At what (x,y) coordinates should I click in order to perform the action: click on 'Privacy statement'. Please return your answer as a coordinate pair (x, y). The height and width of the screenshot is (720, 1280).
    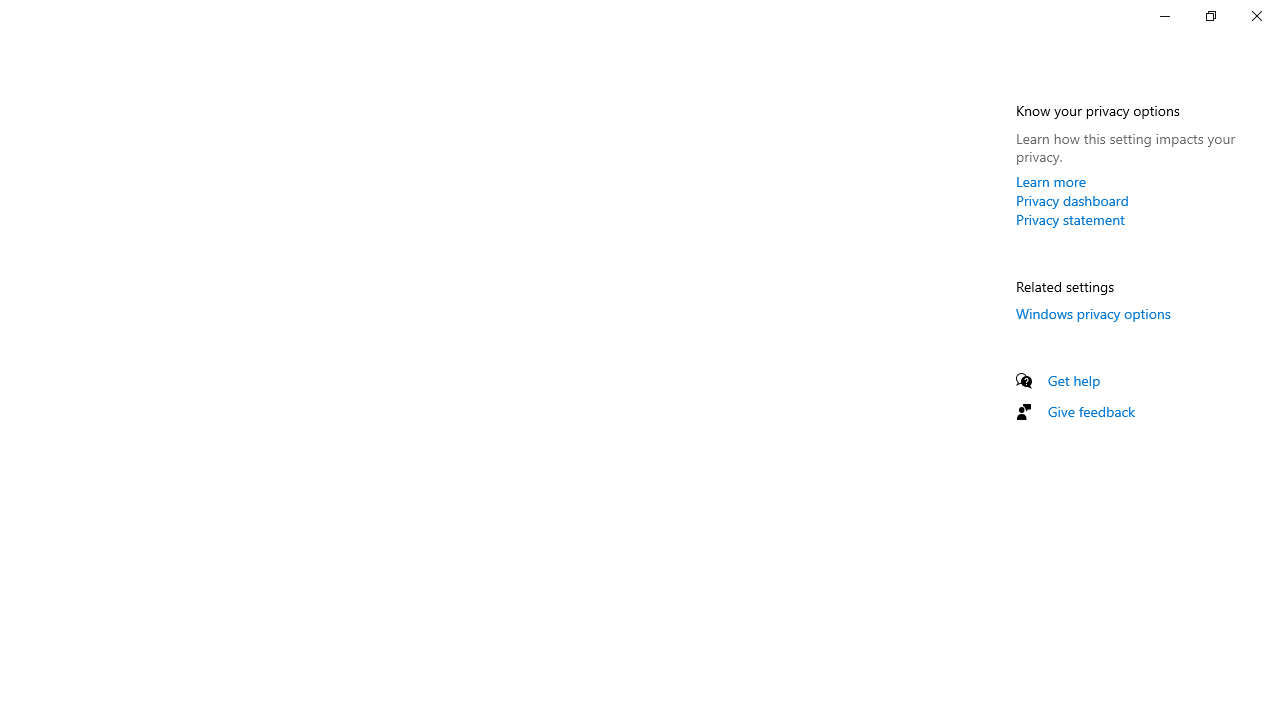
    Looking at the image, I should click on (1069, 219).